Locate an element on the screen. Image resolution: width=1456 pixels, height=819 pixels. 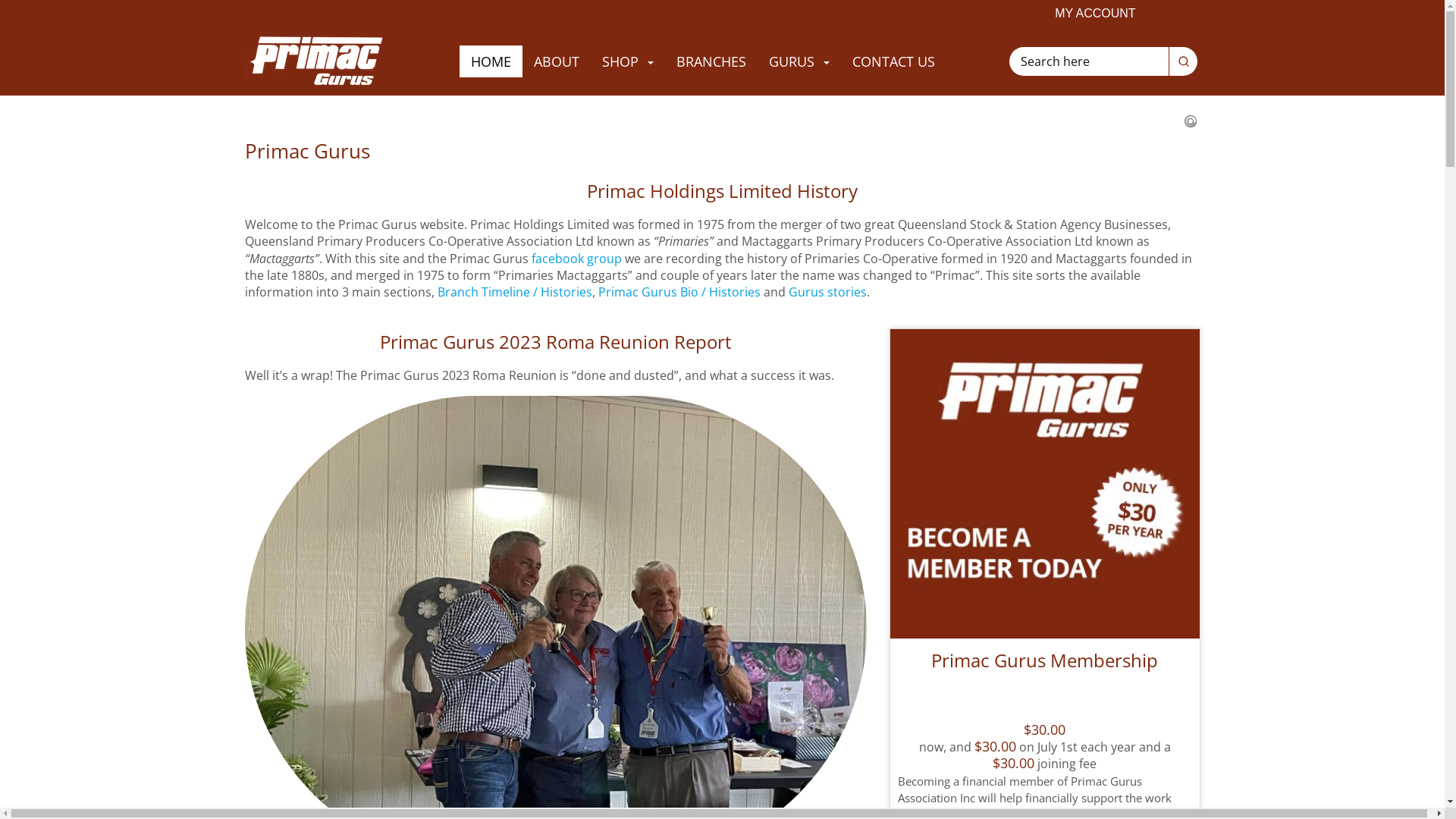
'facebook group' is located at coordinates (575, 257).